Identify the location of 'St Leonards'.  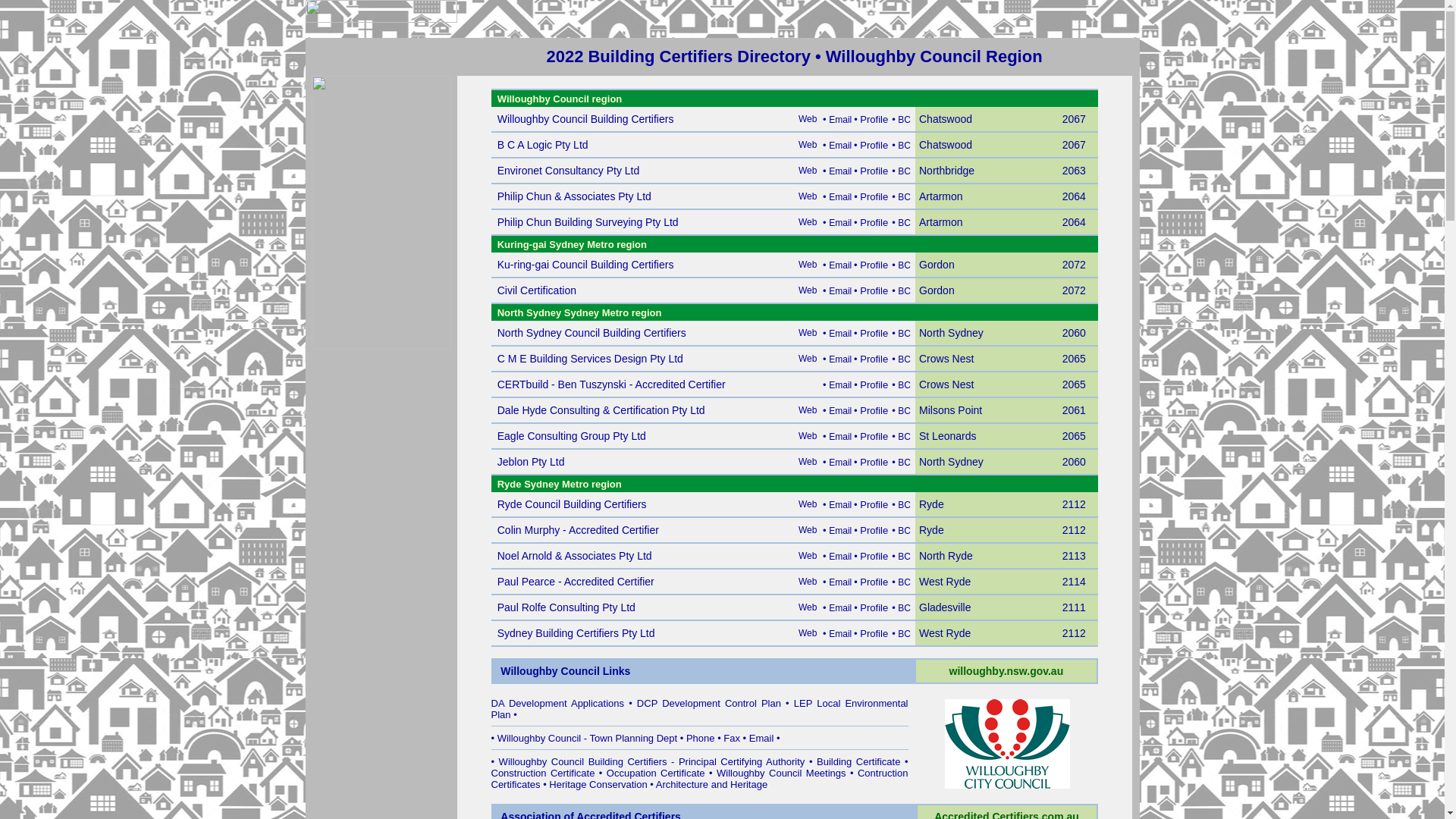
(946, 436).